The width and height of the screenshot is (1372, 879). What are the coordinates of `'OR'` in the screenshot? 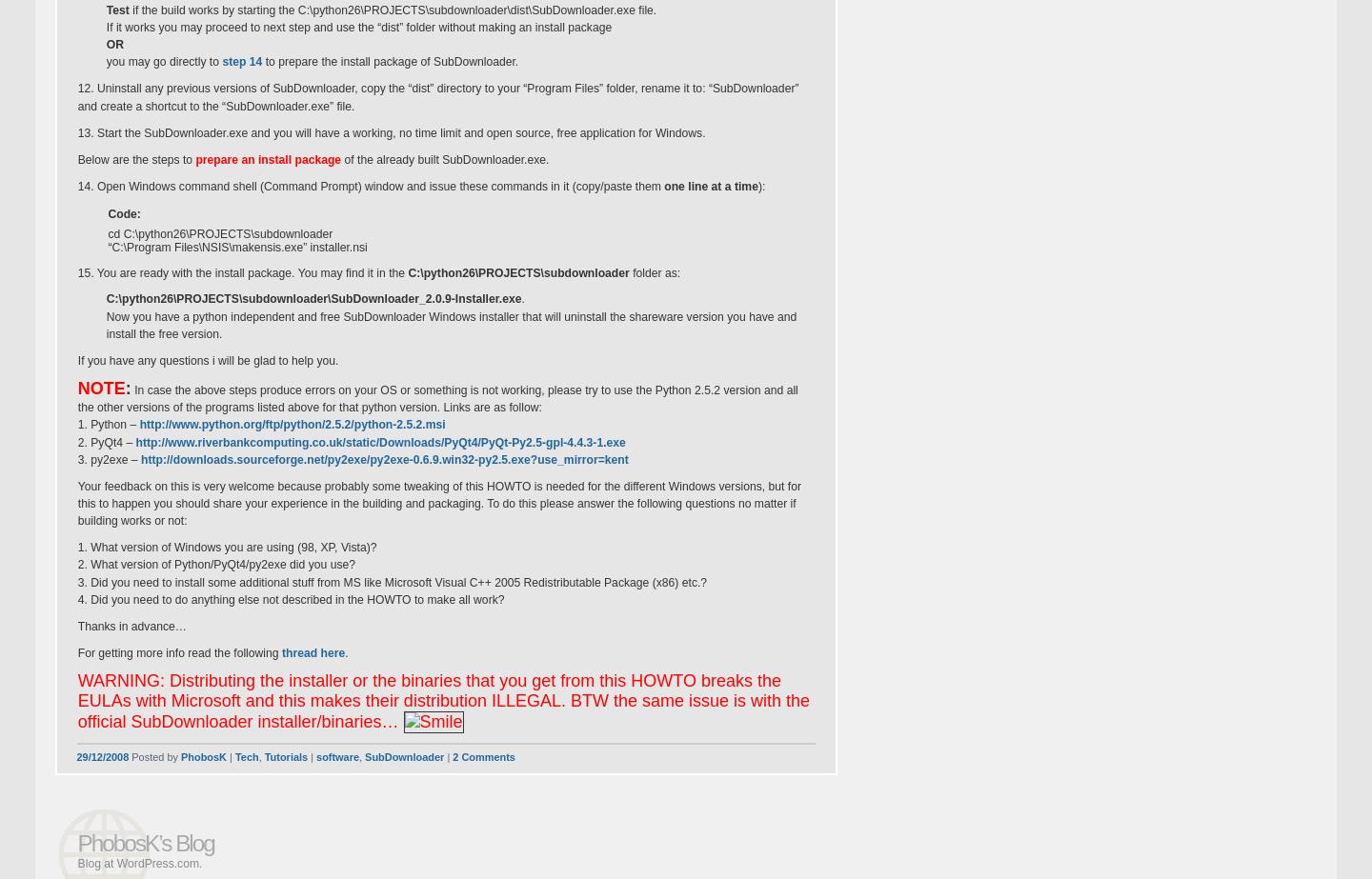 It's located at (113, 44).